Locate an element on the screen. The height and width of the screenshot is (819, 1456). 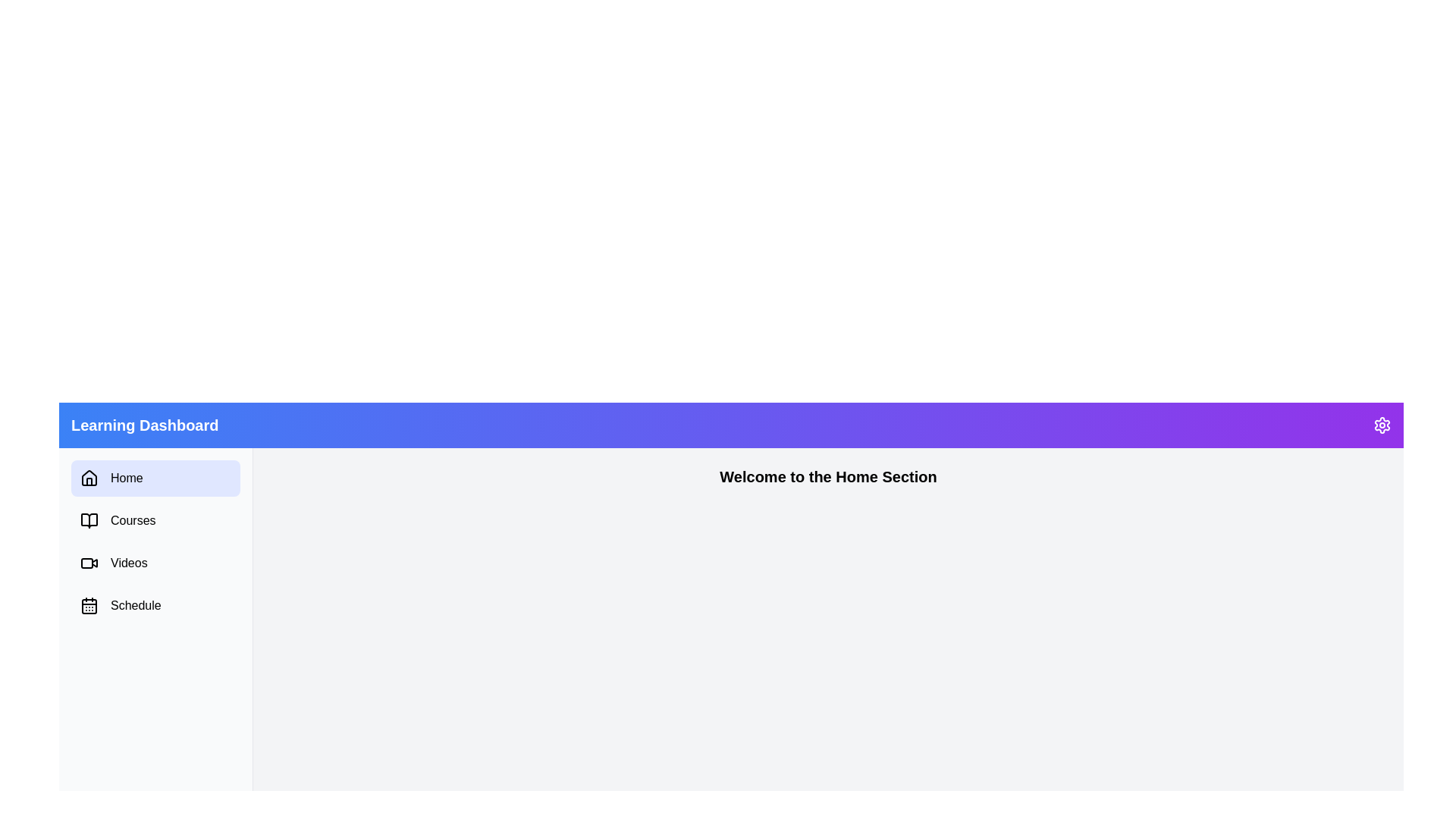
the small black video recorder icon located in the vertical navigation menu labeled 'Videos', positioned below 'Courses' and above 'Schedule' is located at coordinates (89, 563).